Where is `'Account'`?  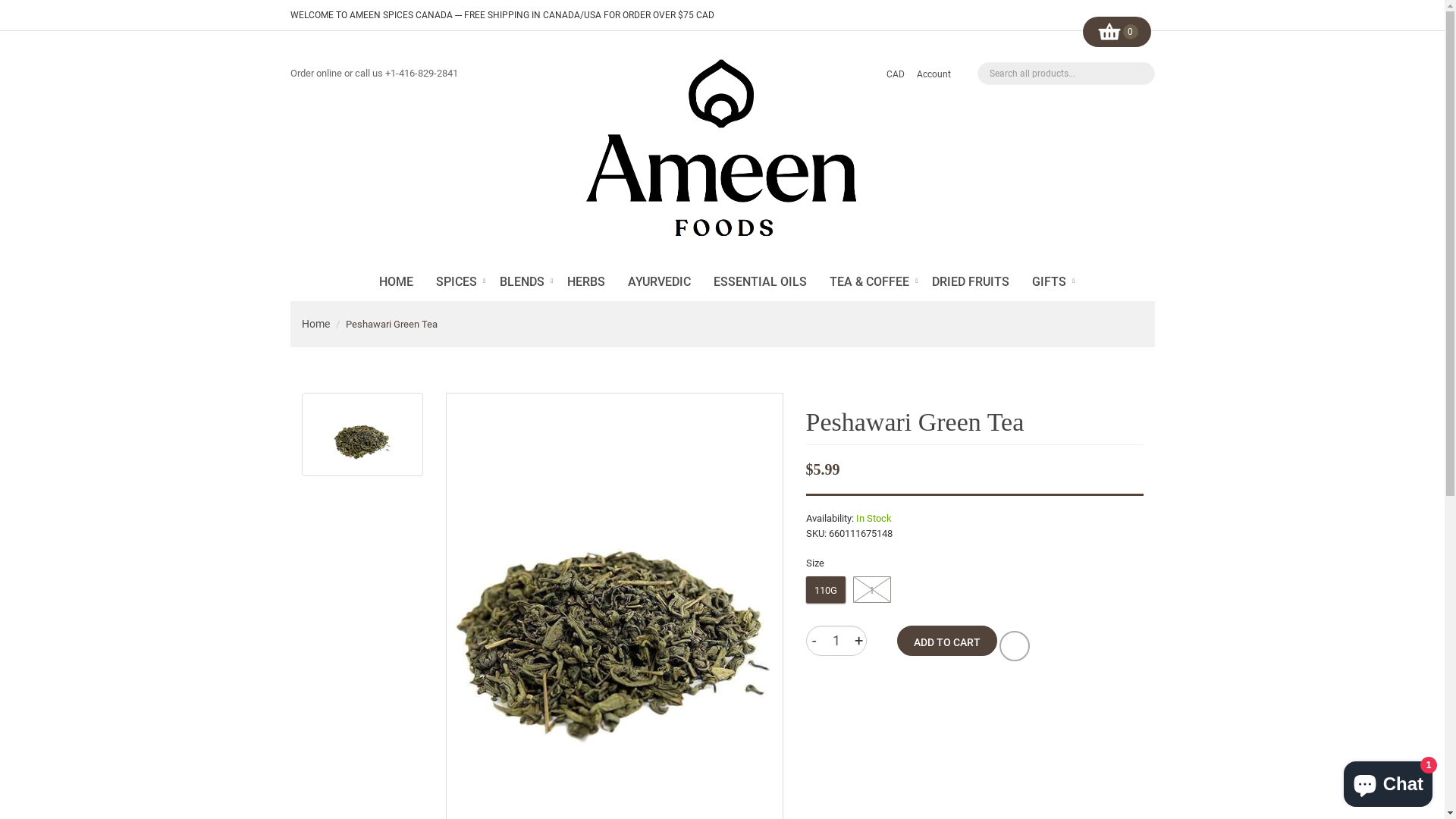 'Account' is located at coordinates (915, 74).